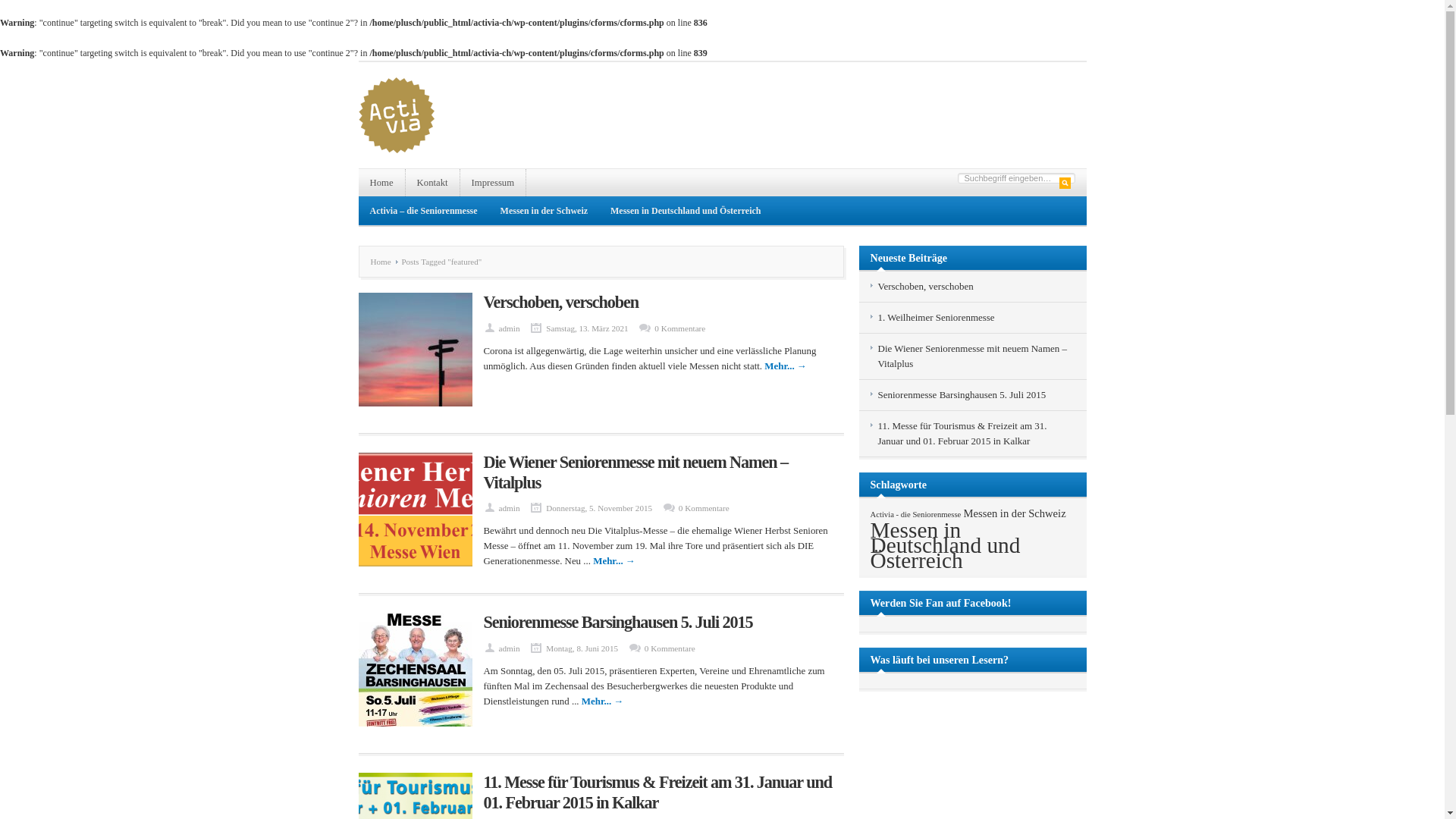 This screenshot has width=1456, height=819. What do you see at coordinates (405, 181) in the screenshot?
I see `'Kontakt'` at bounding box center [405, 181].